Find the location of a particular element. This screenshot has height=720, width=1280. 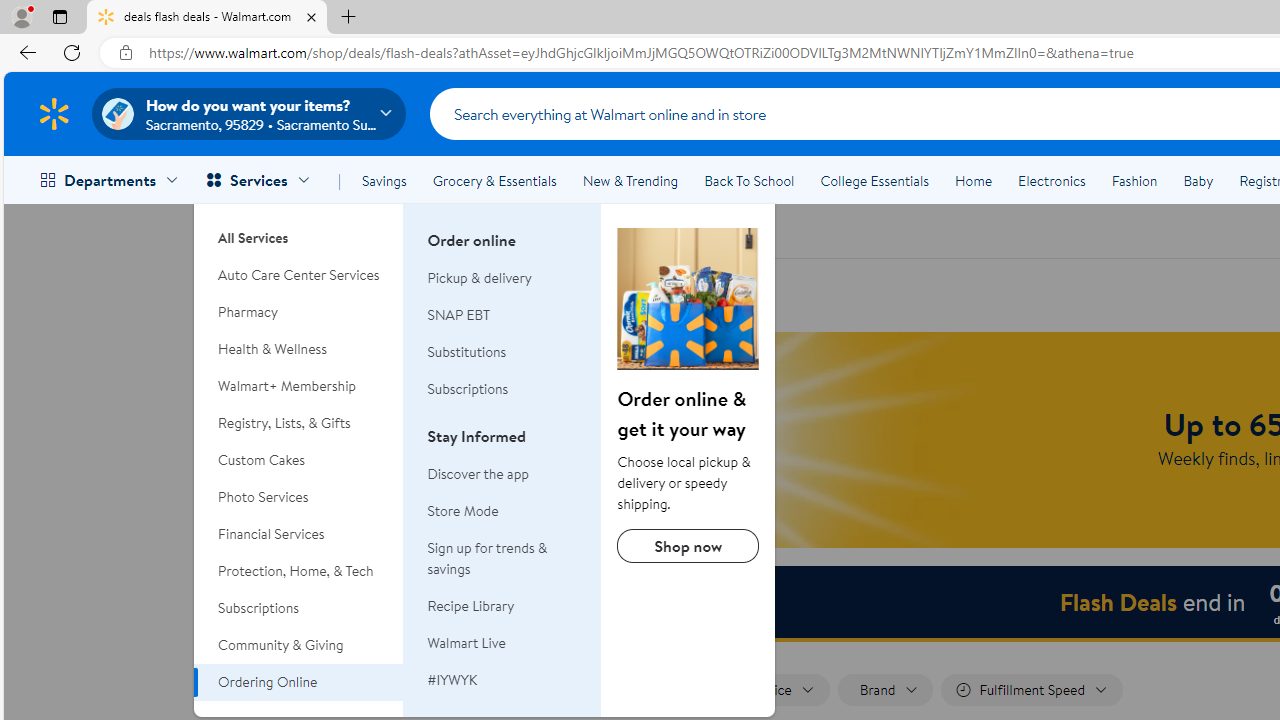

'Custom Cakes' is located at coordinates (298, 460).